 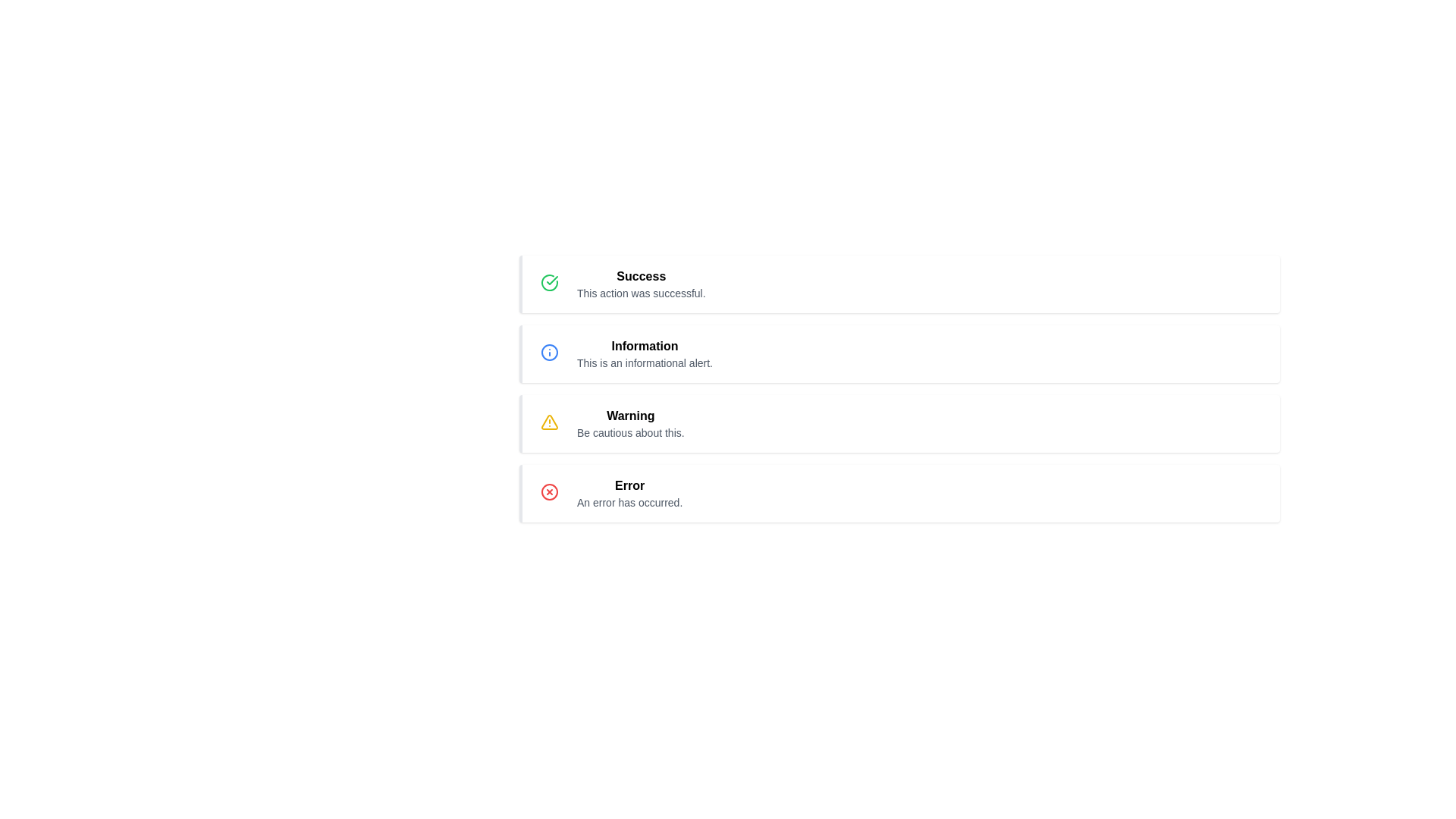 I want to click on the yellow triangular warning icon with an exclamation mark, which is located in the third notification box from the top beside the text 'Warning: Be cautious about this.', so click(x=548, y=422).